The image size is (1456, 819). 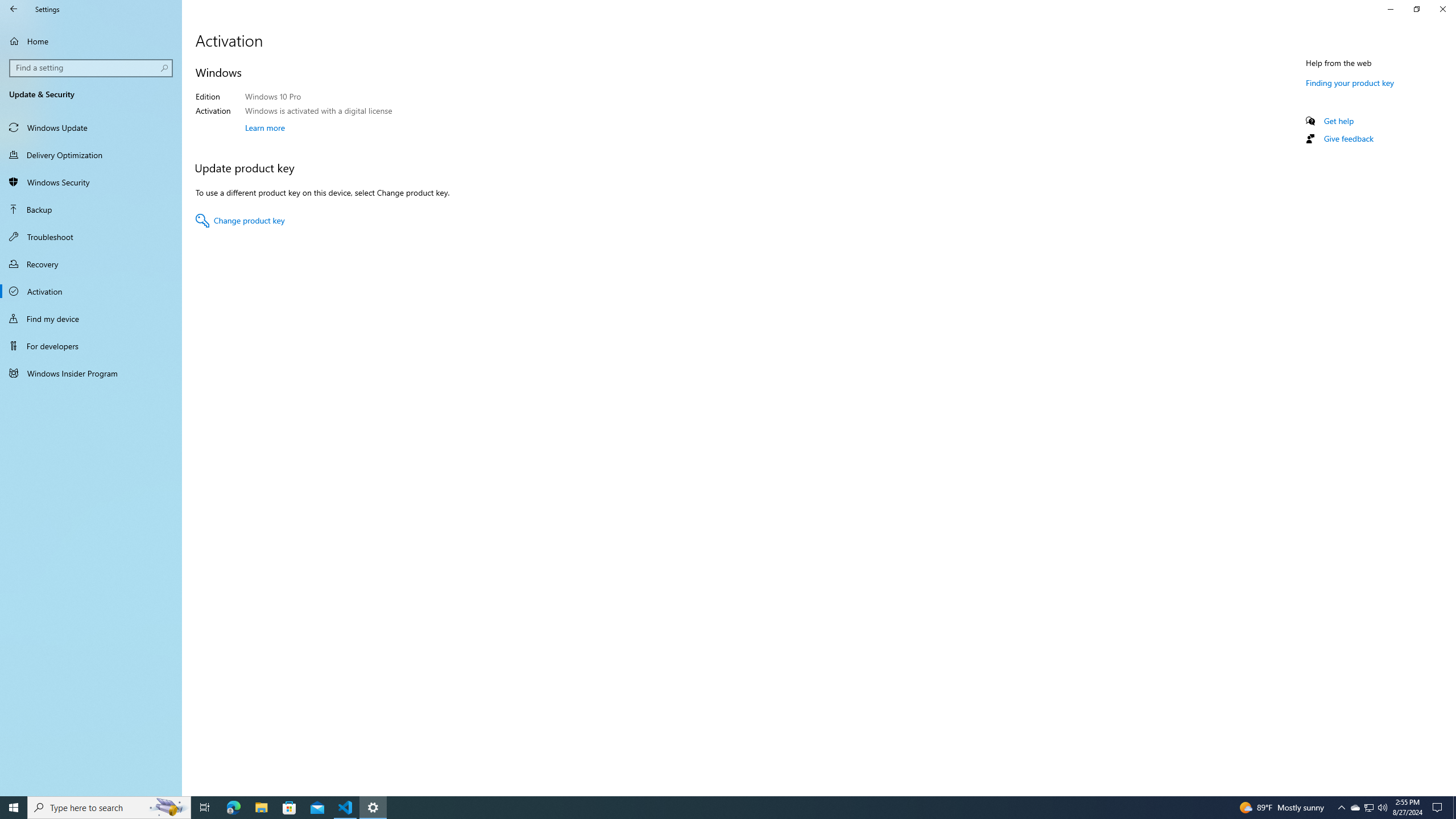 What do you see at coordinates (1342, 806) in the screenshot?
I see `'Notification Chevron'` at bounding box center [1342, 806].